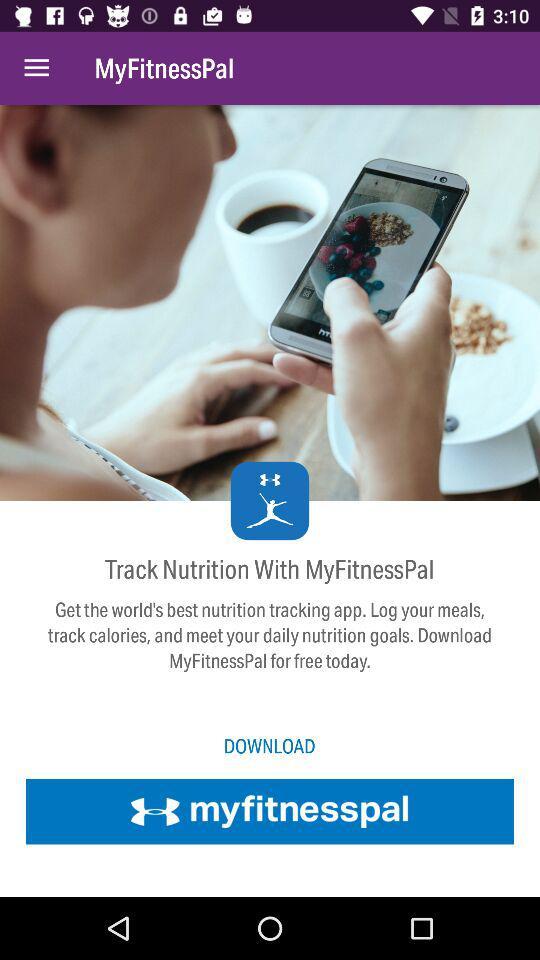 The width and height of the screenshot is (540, 960). What do you see at coordinates (270, 811) in the screenshot?
I see `myfitnesspal banner` at bounding box center [270, 811].